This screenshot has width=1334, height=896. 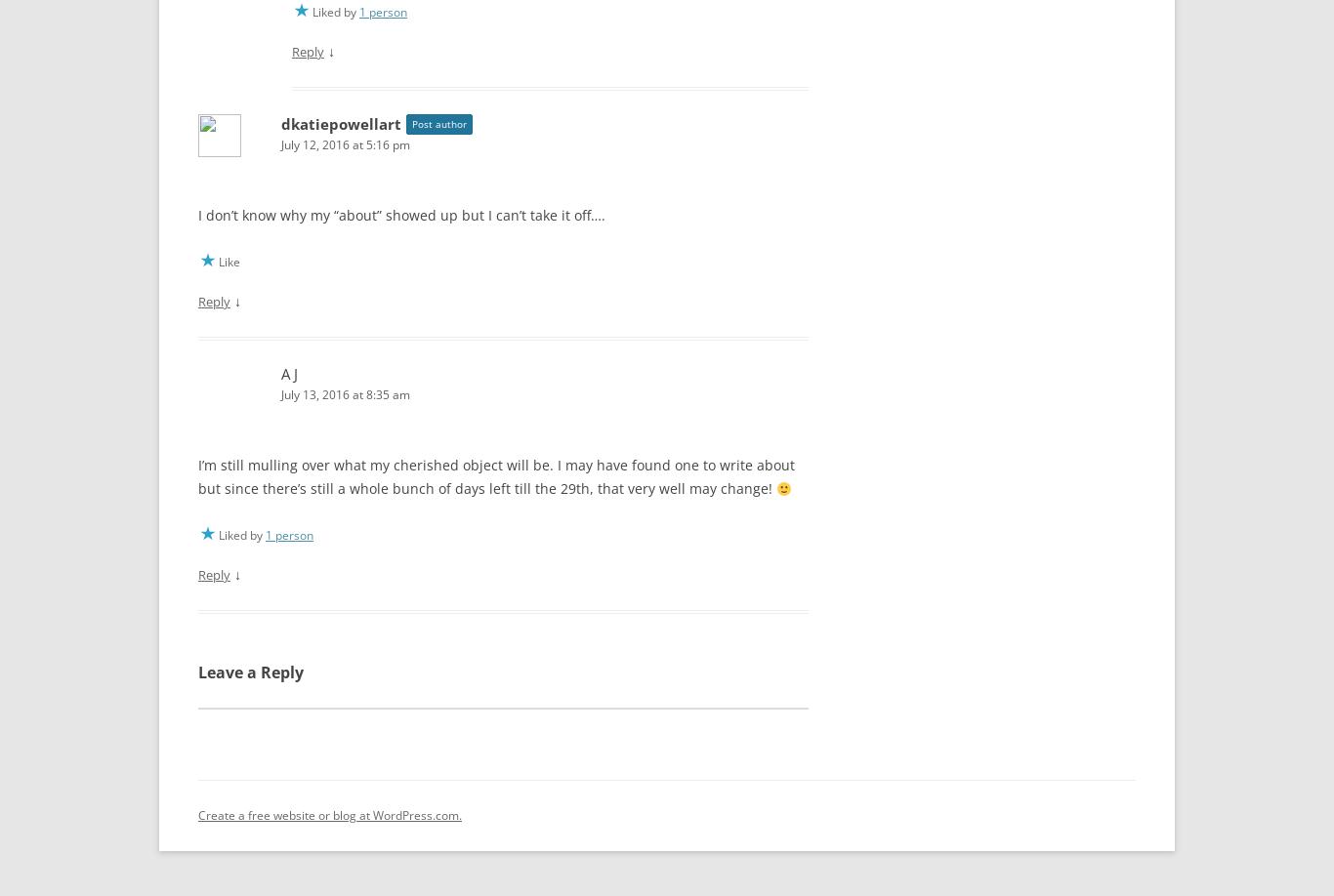 What do you see at coordinates (496, 471) in the screenshot?
I see `'I’m still mulling over what my cherished object will be. I may have found one to write about but since there’s still a whole bunch of days left till the 29th, that very well may change!'` at bounding box center [496, 471].